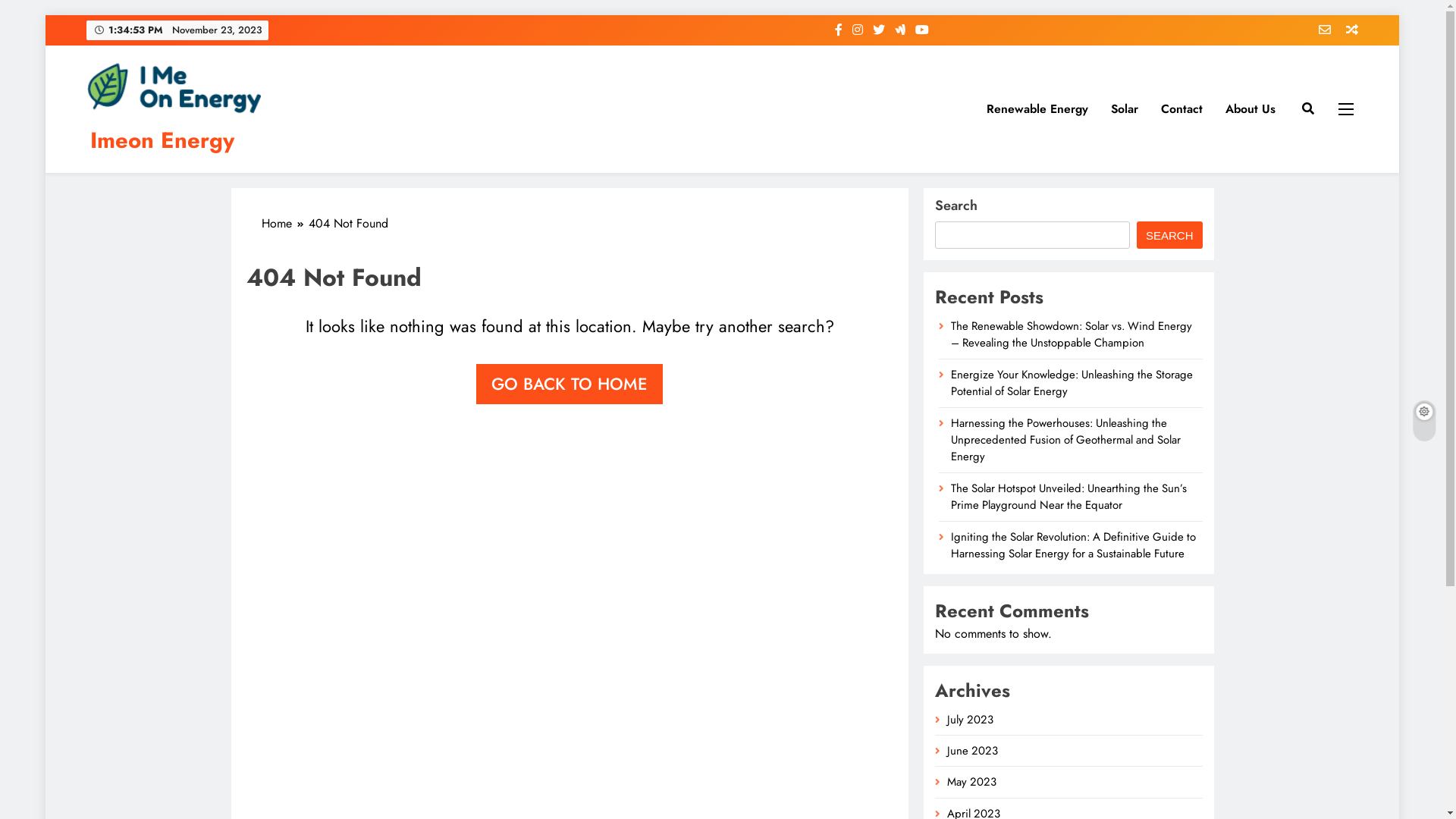 The width and height of the screenshot is (1456, 819). I want to click on 'Renewable Energy', so click(975, 108).